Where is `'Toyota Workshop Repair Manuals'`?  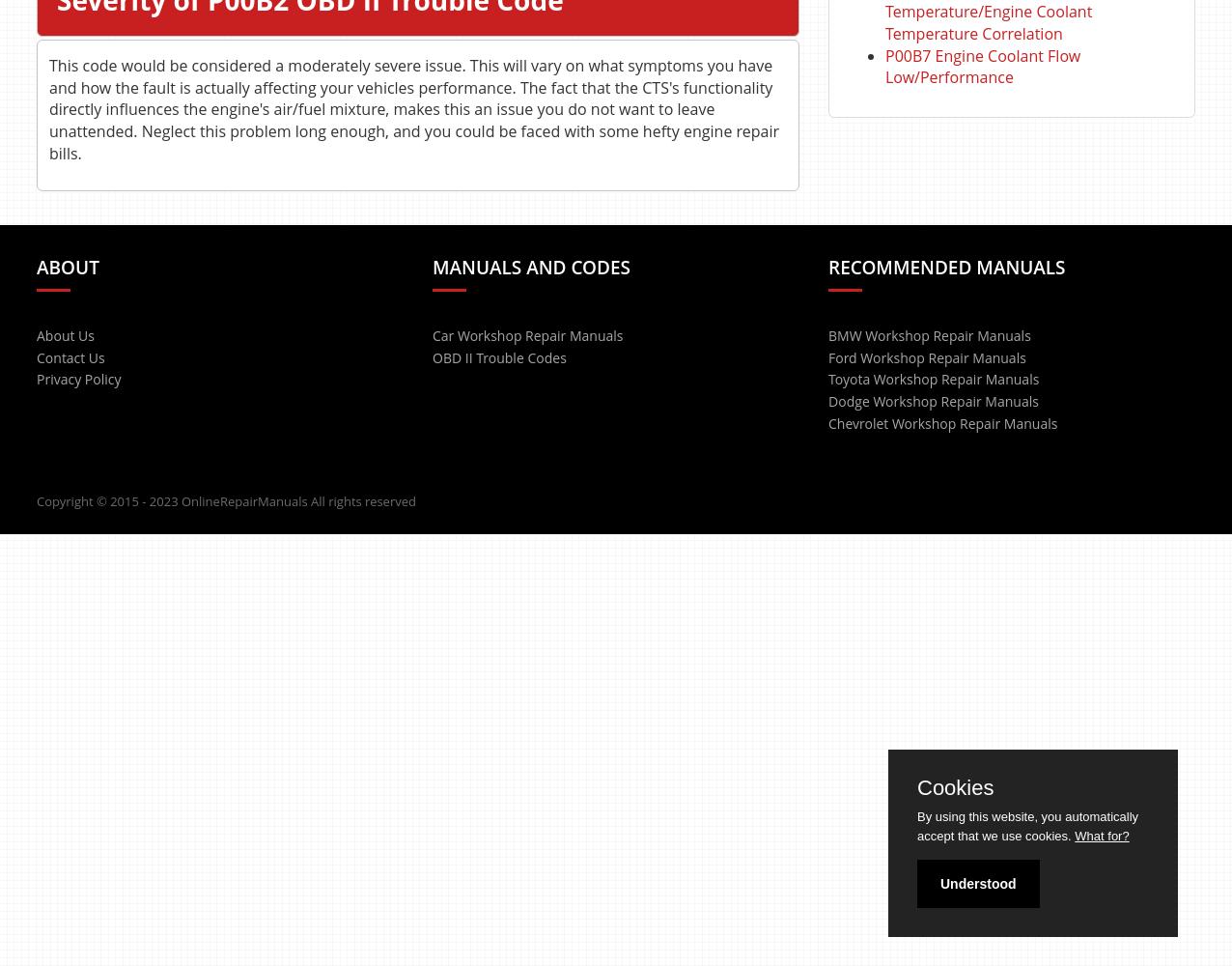
'Toyota Workshop Repair Manuals' is located at coordinates (933, 379).